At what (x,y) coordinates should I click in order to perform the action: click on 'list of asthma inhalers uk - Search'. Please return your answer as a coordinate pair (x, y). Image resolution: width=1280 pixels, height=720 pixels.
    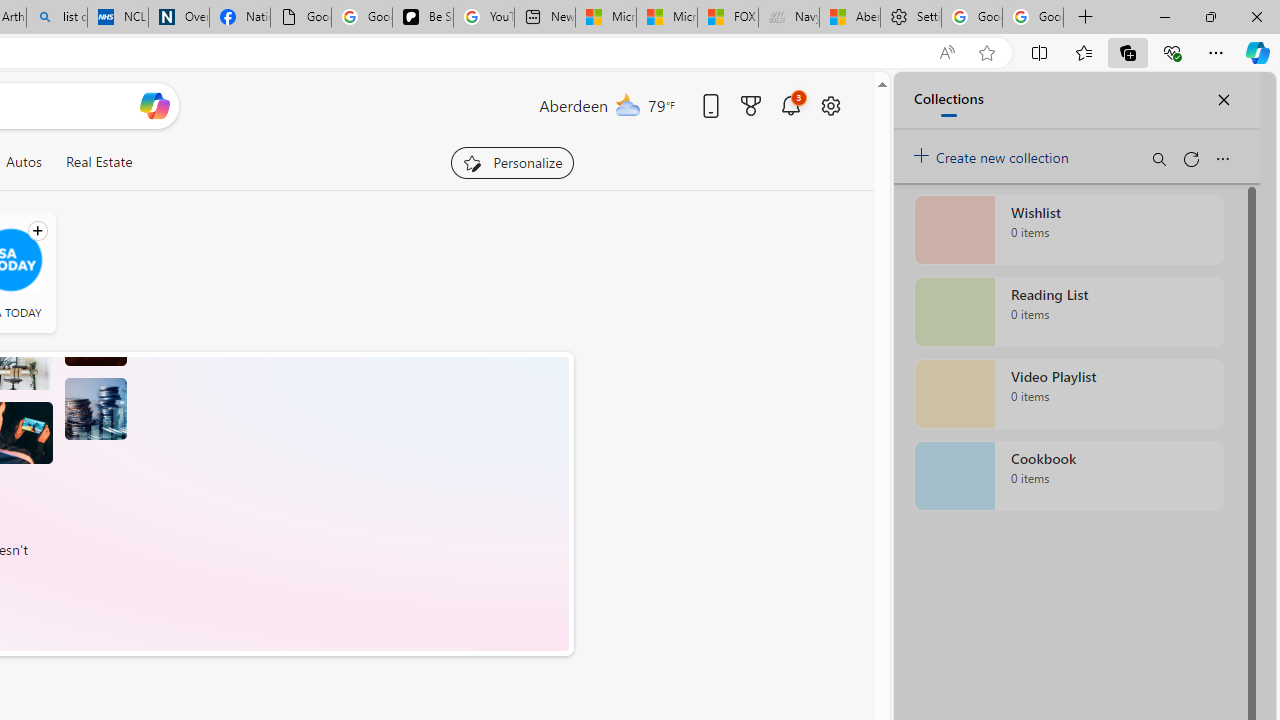
    Looking at the image, I should click on (56, 17).